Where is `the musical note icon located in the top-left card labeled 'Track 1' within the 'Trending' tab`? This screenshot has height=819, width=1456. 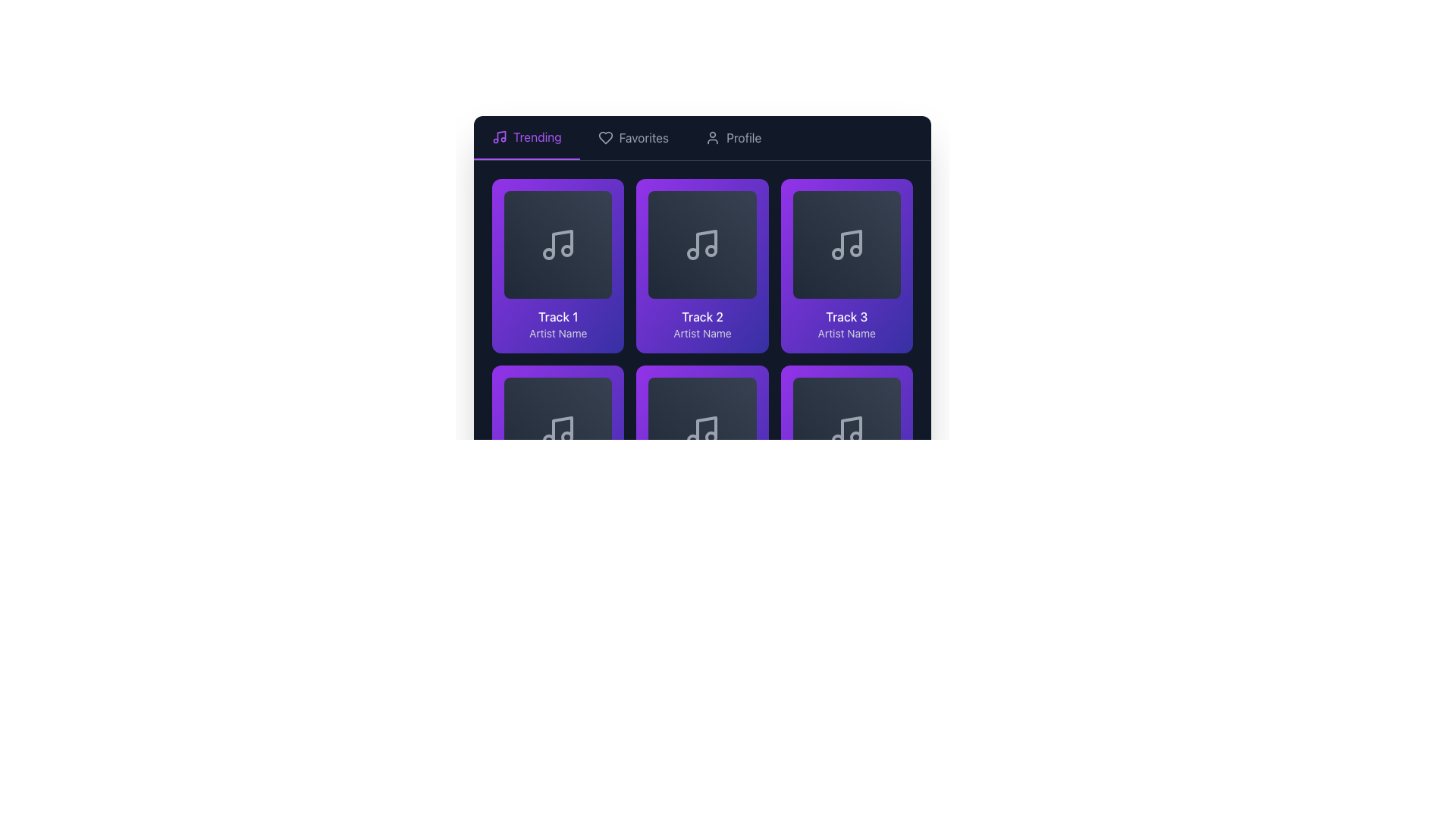
the musical note icon located in the top-left card labeled 'Track 1' within the 'Trending' tab is located at coordinates (562, 242).